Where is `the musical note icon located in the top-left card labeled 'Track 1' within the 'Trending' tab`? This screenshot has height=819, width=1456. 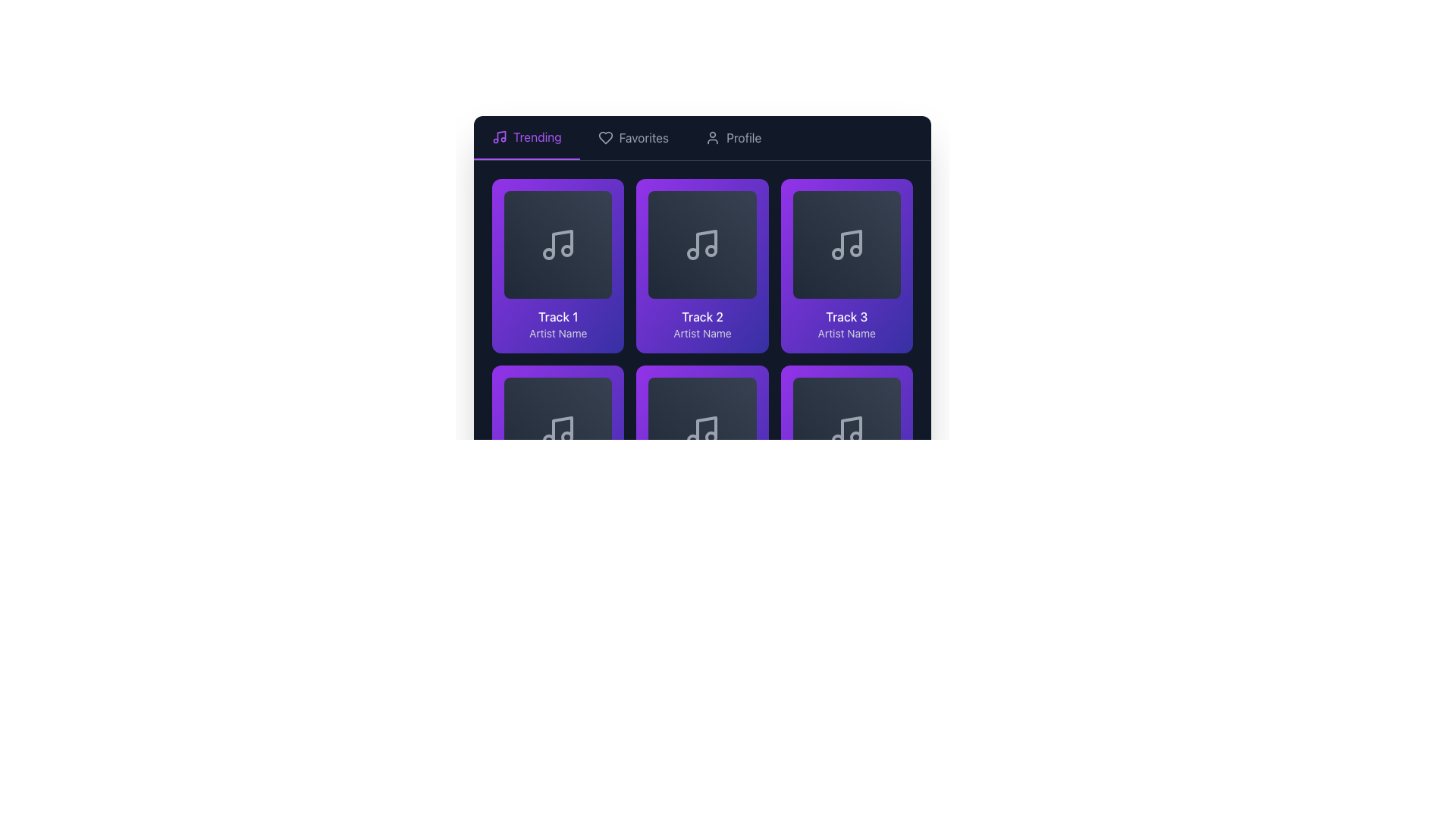
the musical note icon located in the top-left card labeled 'Track 1' within the 'Trending' tab is located at coordinates (562, 242).